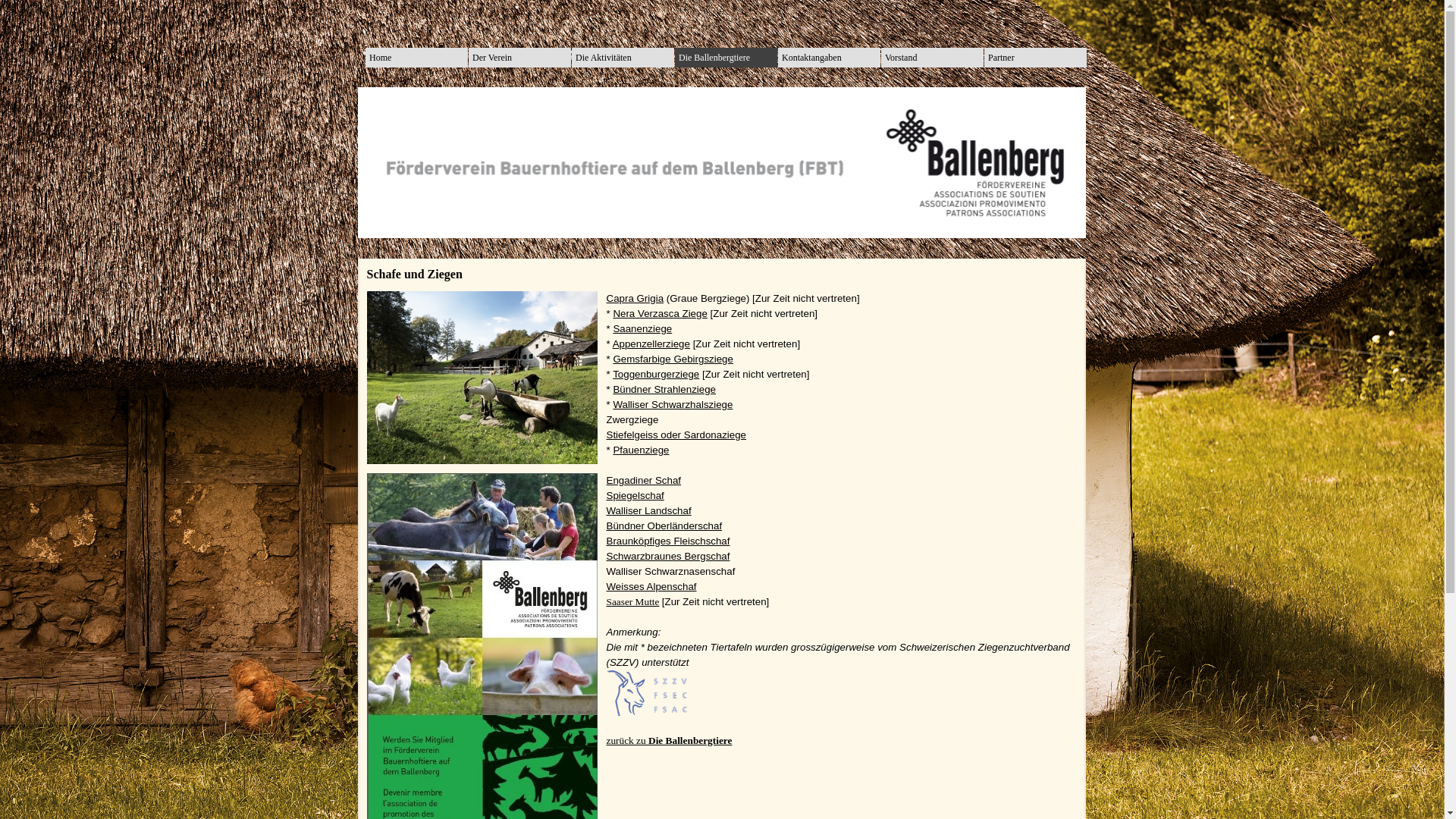 This screenshot has height=819, width=1456. Describe the element at coordinates (672, 403) in the screenshot. I see `'Walliser Schwarzhalsziege'` at that location.